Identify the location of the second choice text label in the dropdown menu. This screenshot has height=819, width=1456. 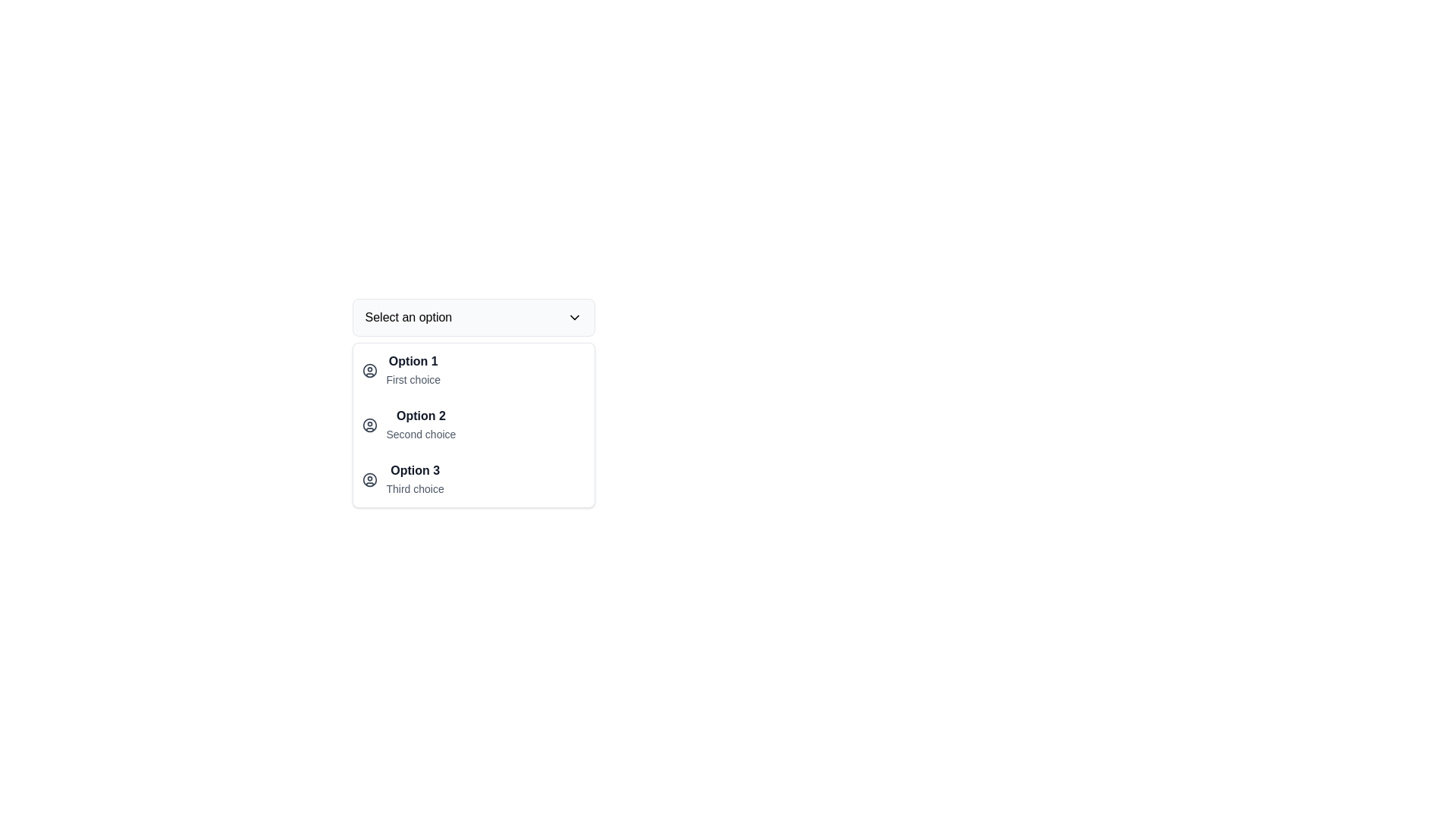
(421, 416).